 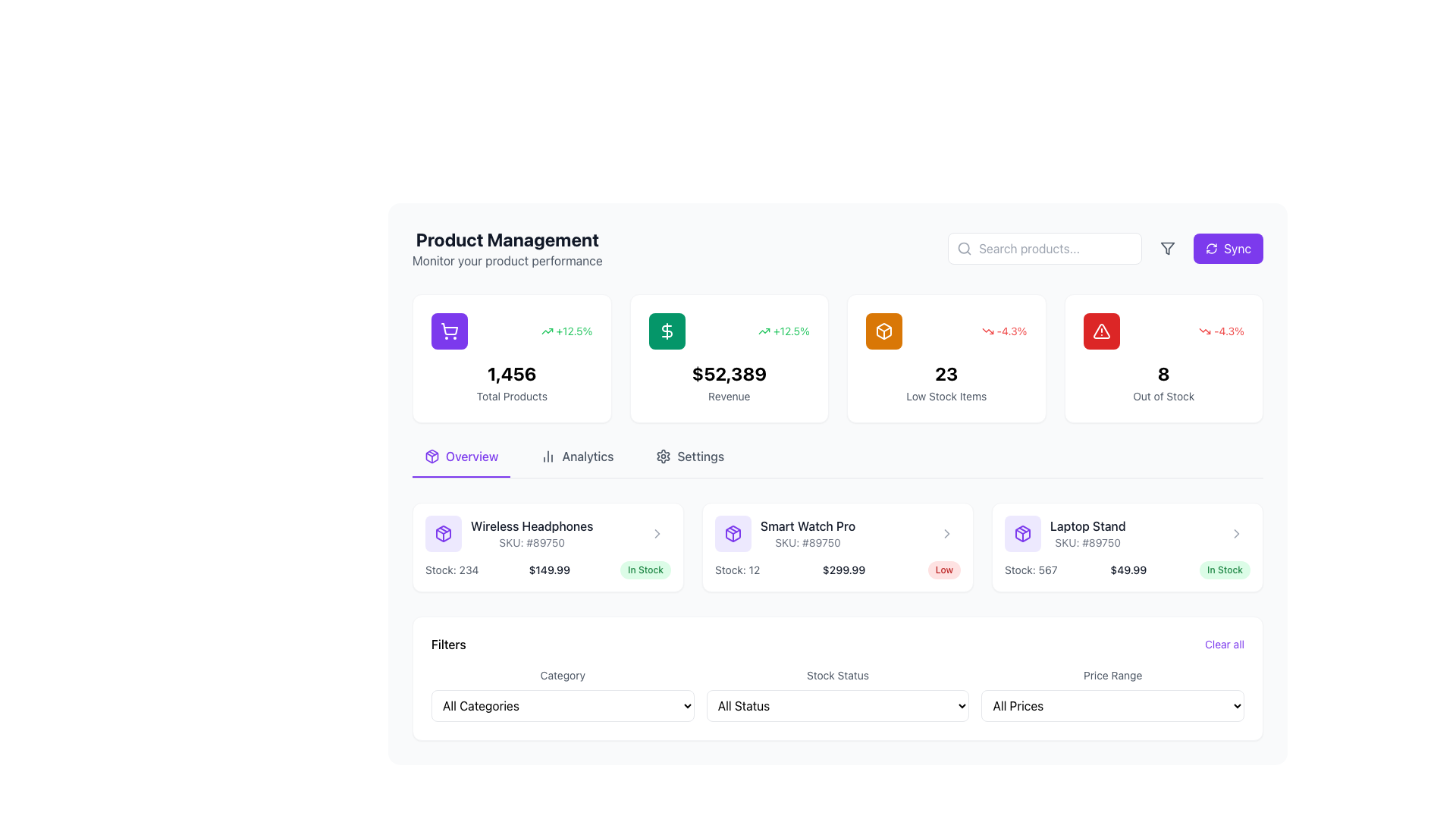 What do you see at coordinates (807, 542) in the screenshot?
I see `the SKU text label located below the product title for 'Smart Watch Pro' within the product information card` at bounding box center [807, 542].